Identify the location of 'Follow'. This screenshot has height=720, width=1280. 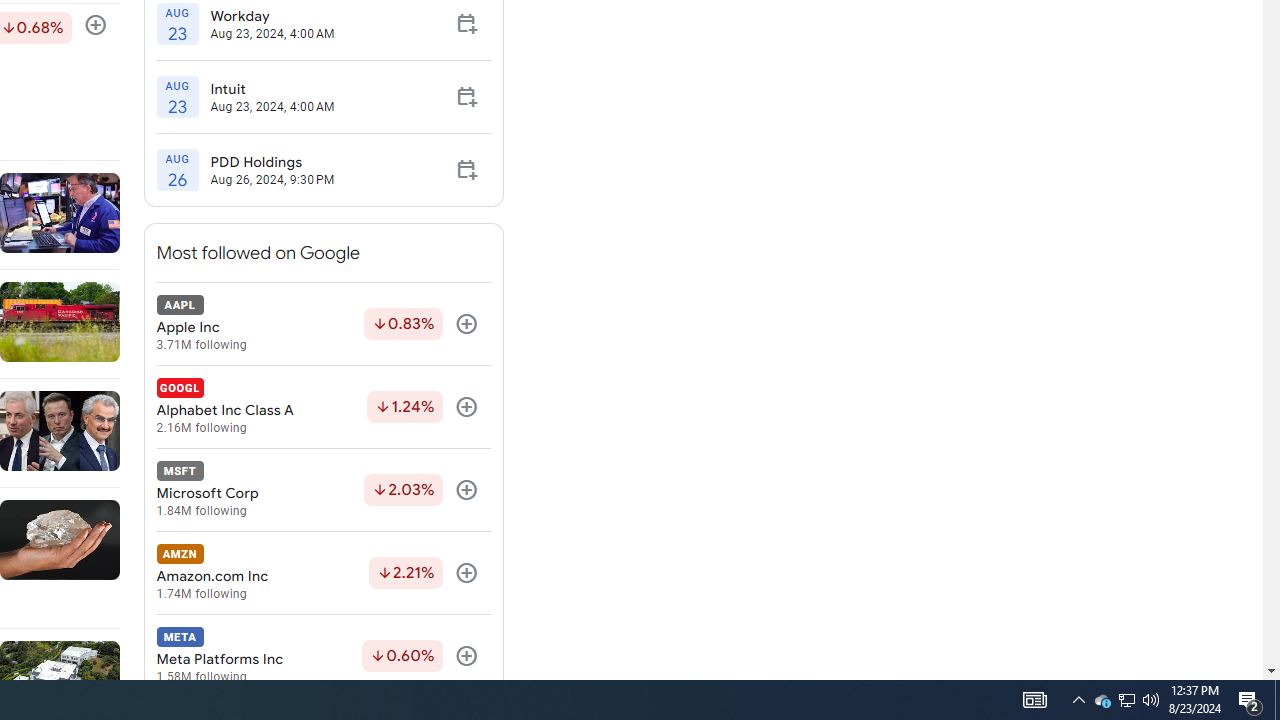
(465, 657).